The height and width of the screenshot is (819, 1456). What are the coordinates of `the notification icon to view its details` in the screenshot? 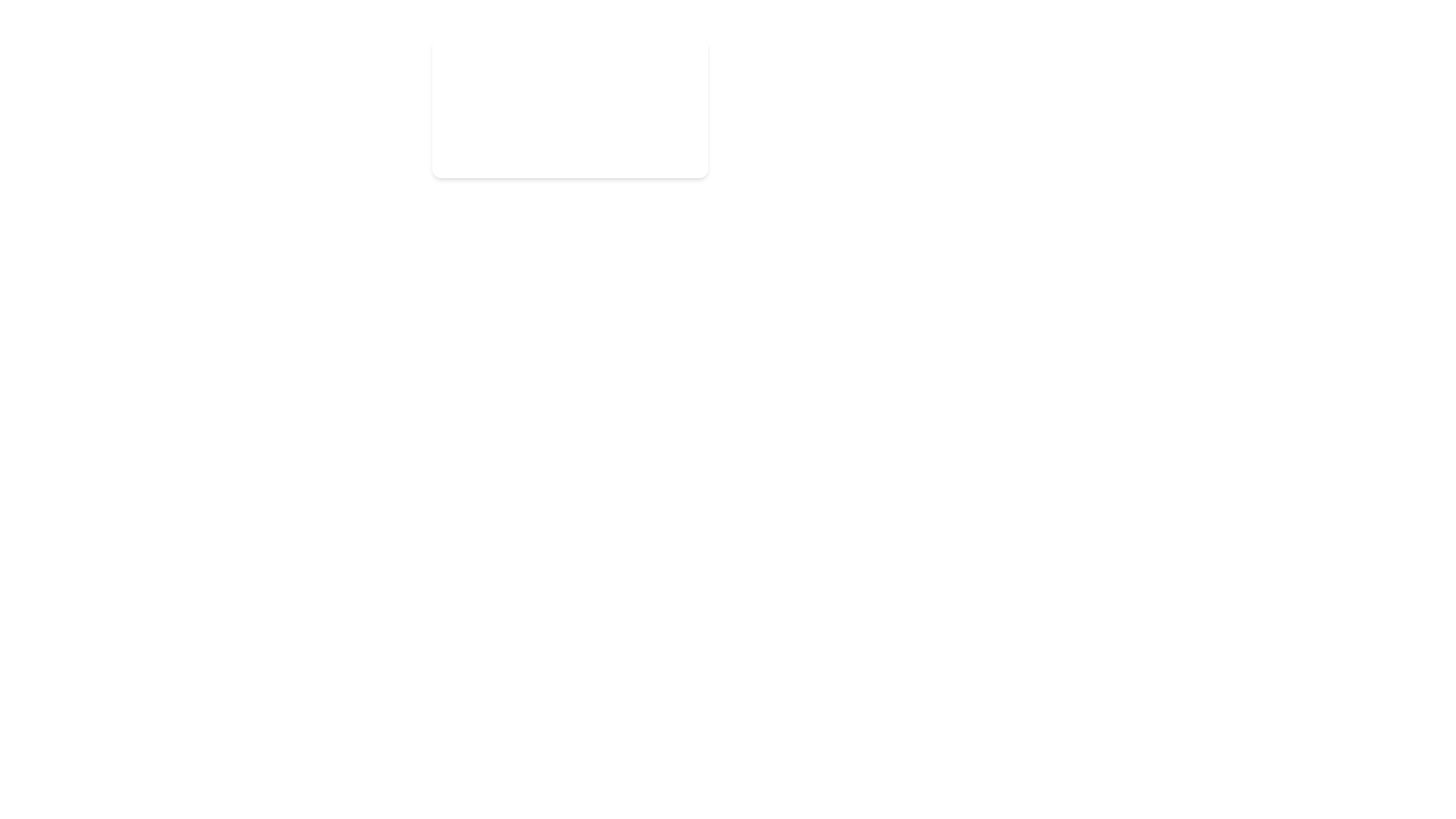 It's located at (461, 140).